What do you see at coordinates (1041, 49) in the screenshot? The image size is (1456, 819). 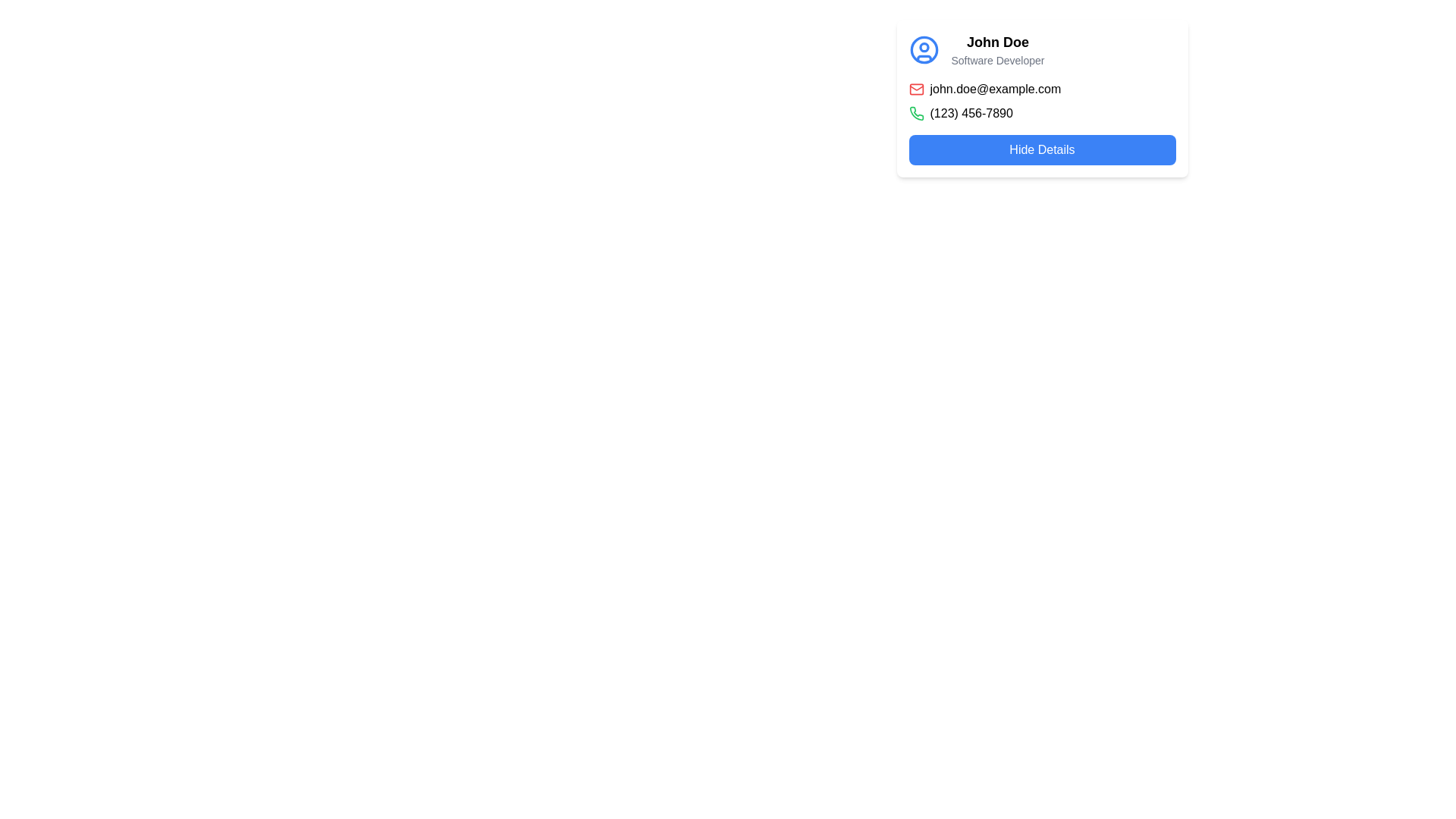 I see `the details of the Profile summary section displaying the user icon and the name 'John Doe' with the title 'Software Developer'` at bounding box center [1041, 49].